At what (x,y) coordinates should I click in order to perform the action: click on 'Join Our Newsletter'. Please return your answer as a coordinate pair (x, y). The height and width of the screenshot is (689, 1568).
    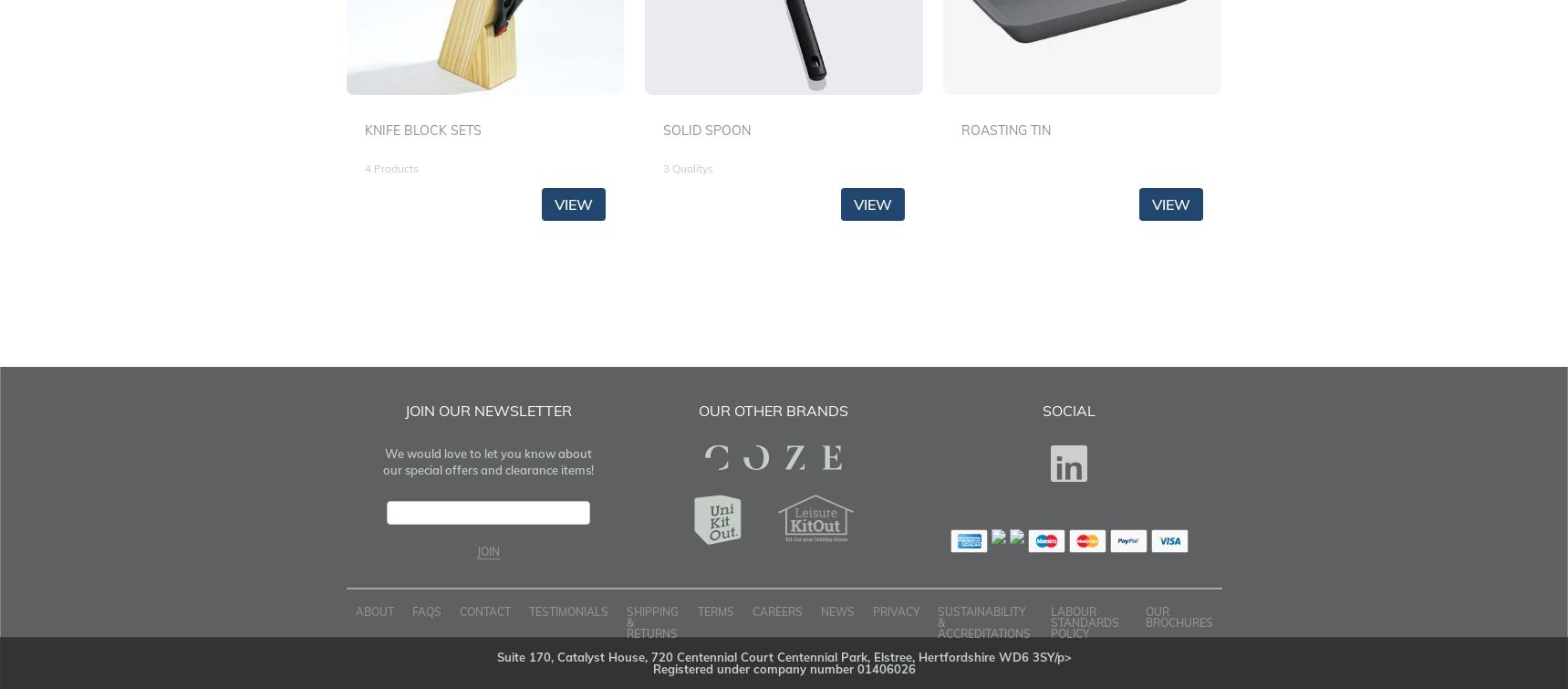
    Looking at the image, I should click on (487, 409).